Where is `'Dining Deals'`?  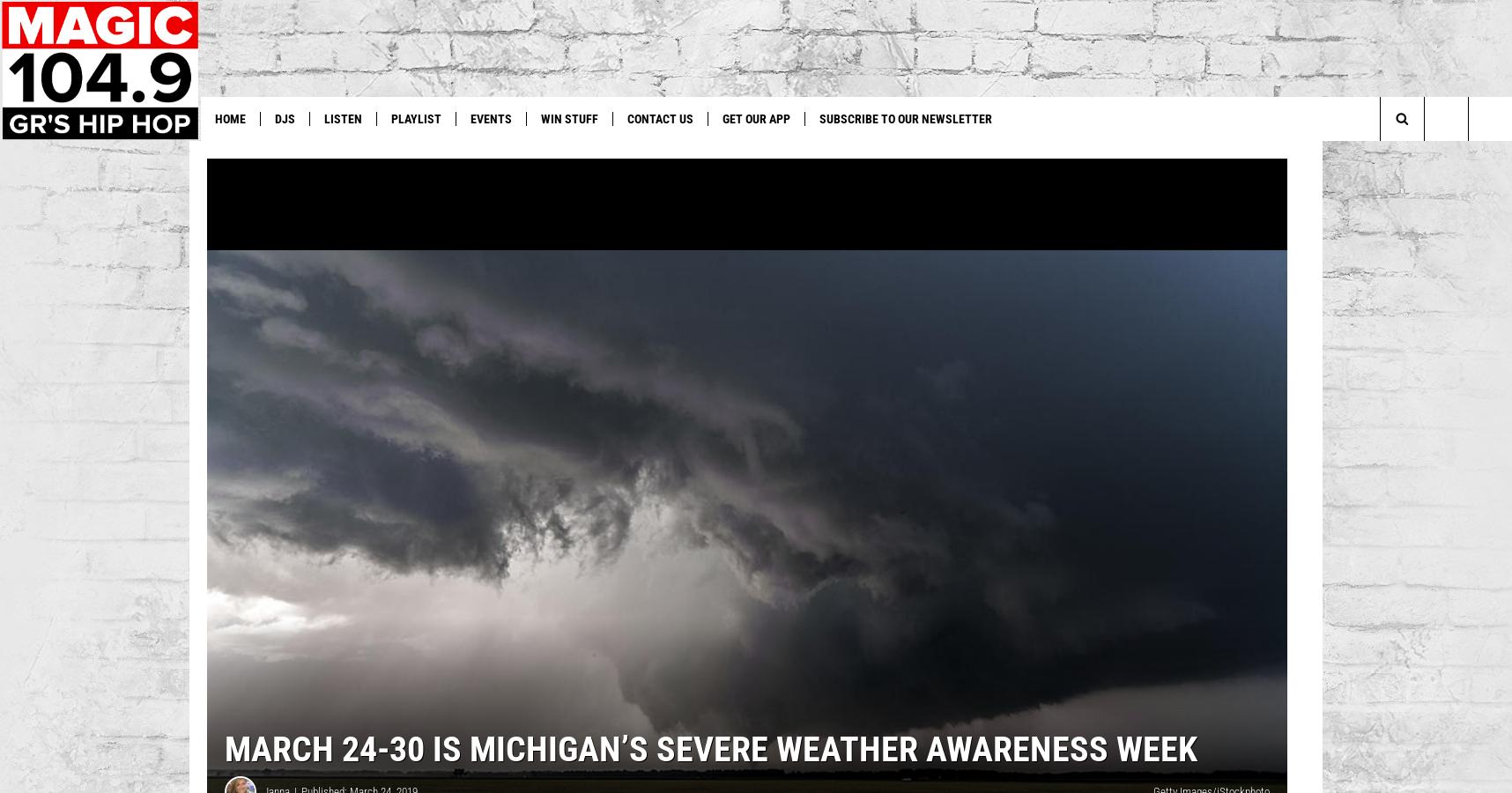 'Dining Deals' is located at coordinates (698, 155).